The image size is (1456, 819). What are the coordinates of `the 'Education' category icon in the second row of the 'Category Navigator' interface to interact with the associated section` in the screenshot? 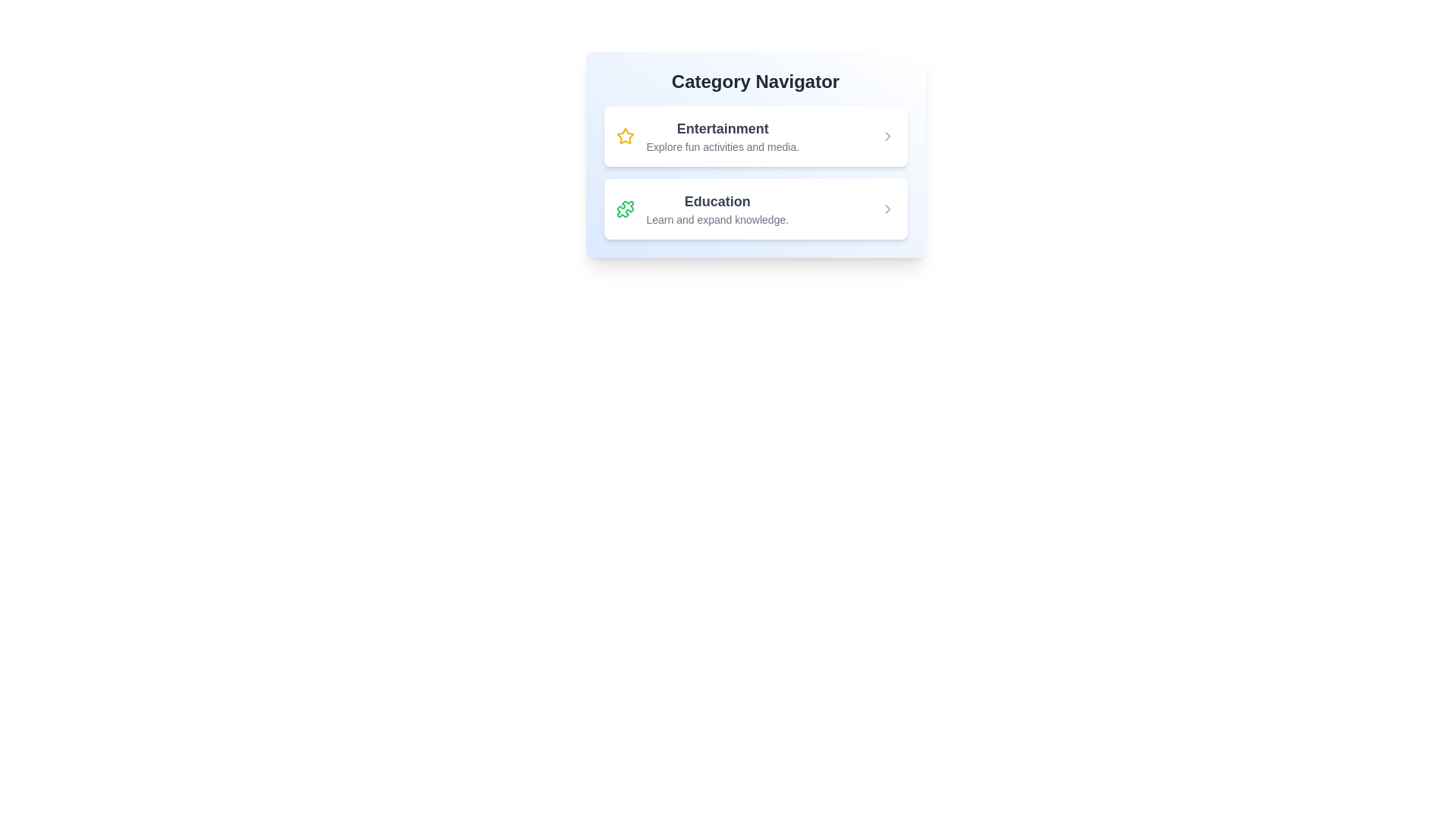 It's located at (625, 209).